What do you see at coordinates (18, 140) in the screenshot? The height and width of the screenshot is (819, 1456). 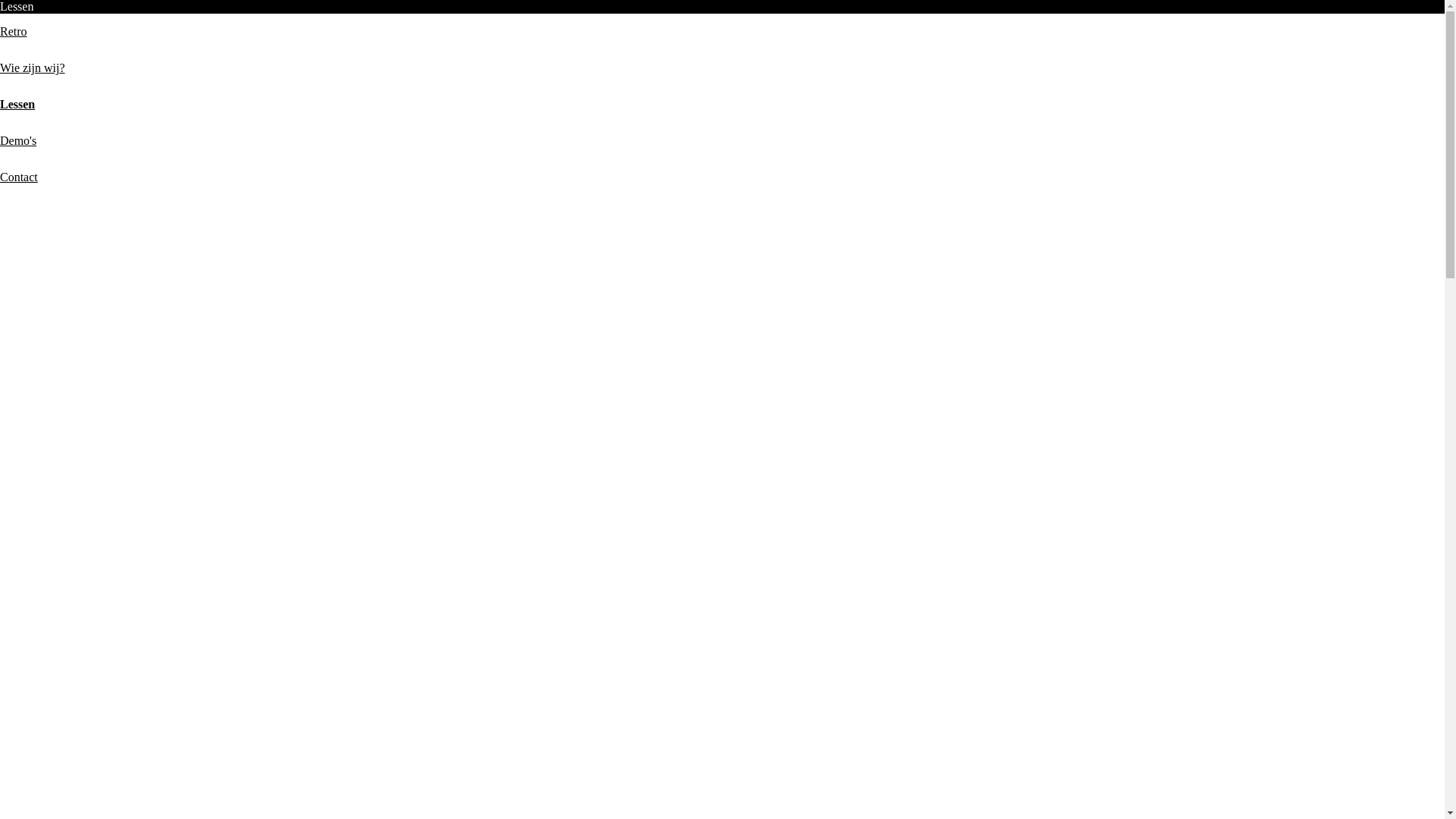 I see `'Demo's'` at bounding box center [18, 140].